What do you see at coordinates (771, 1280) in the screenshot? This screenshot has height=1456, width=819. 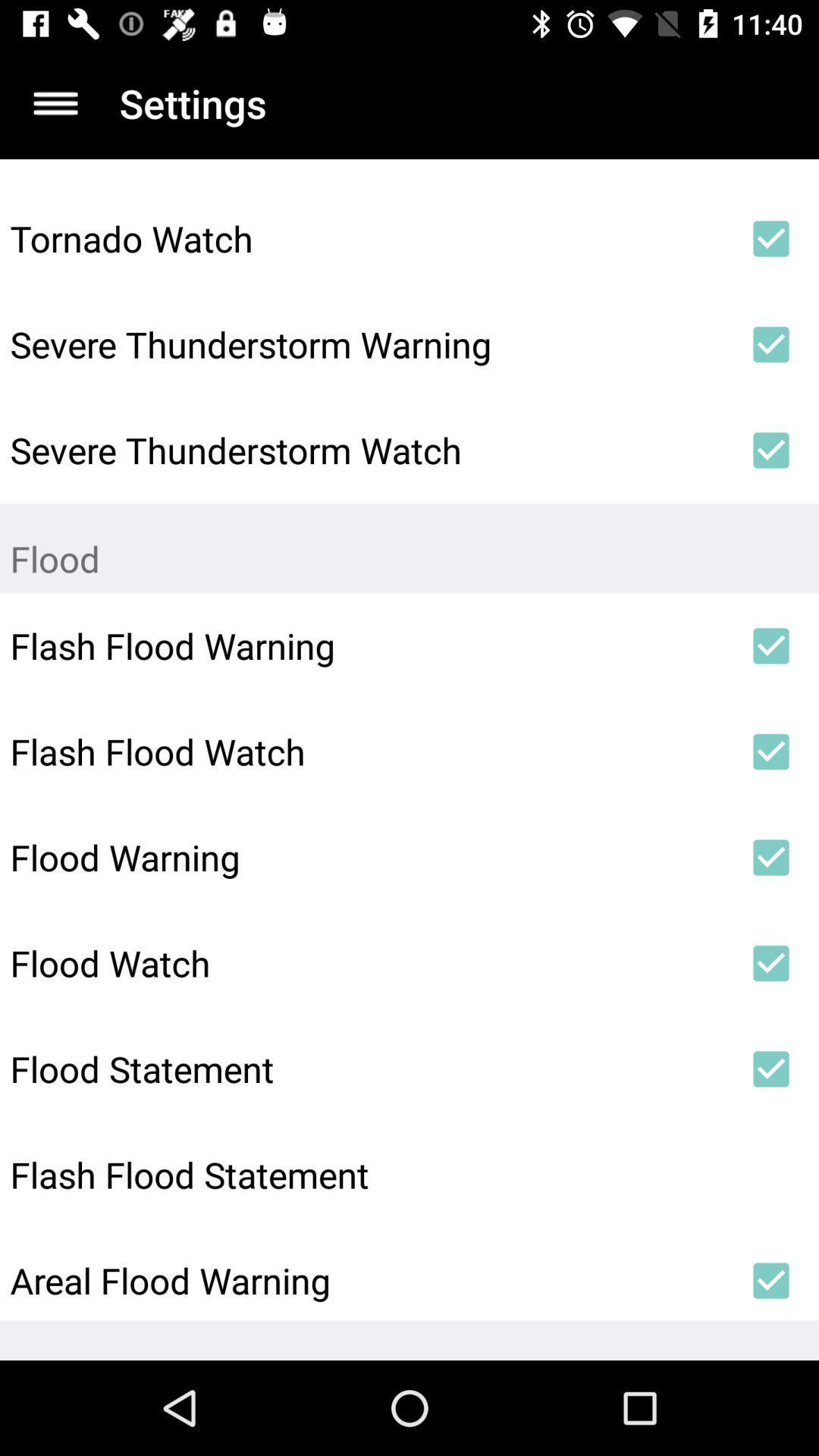 I see `the item next to the areal flood warning` at bounding box center [771, 1280].